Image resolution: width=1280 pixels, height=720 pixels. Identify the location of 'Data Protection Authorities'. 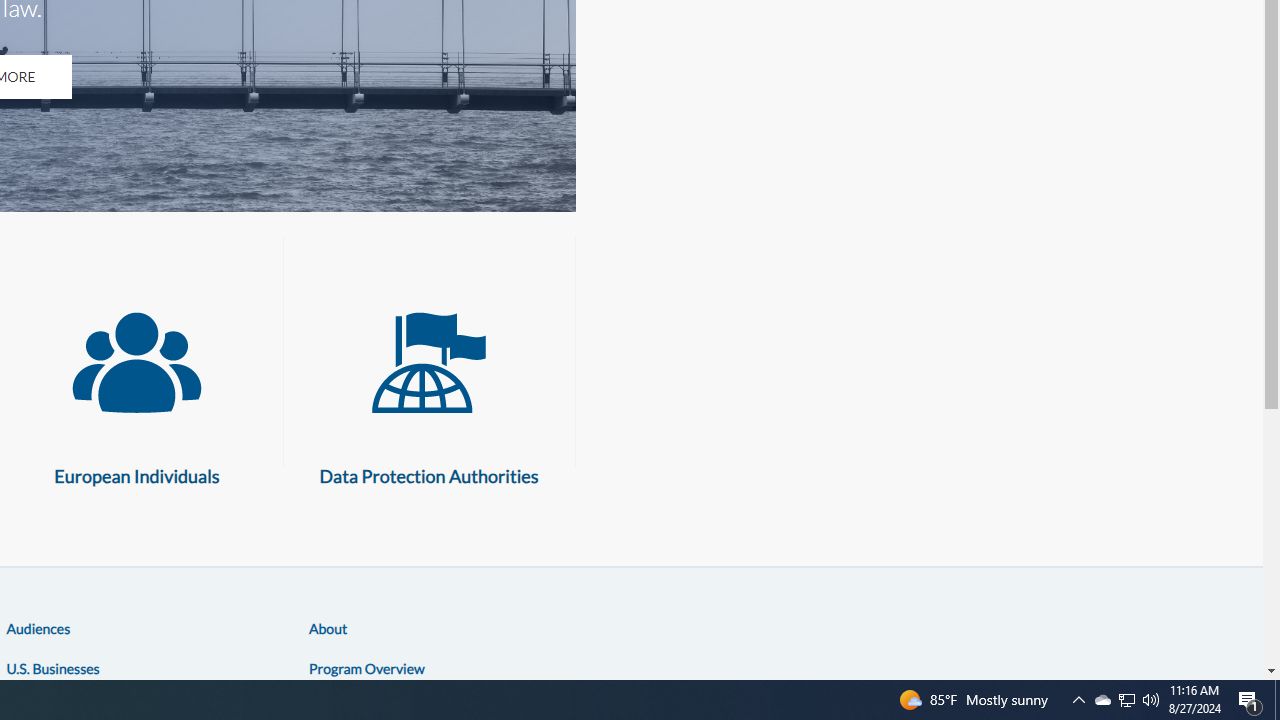
(428, 363).